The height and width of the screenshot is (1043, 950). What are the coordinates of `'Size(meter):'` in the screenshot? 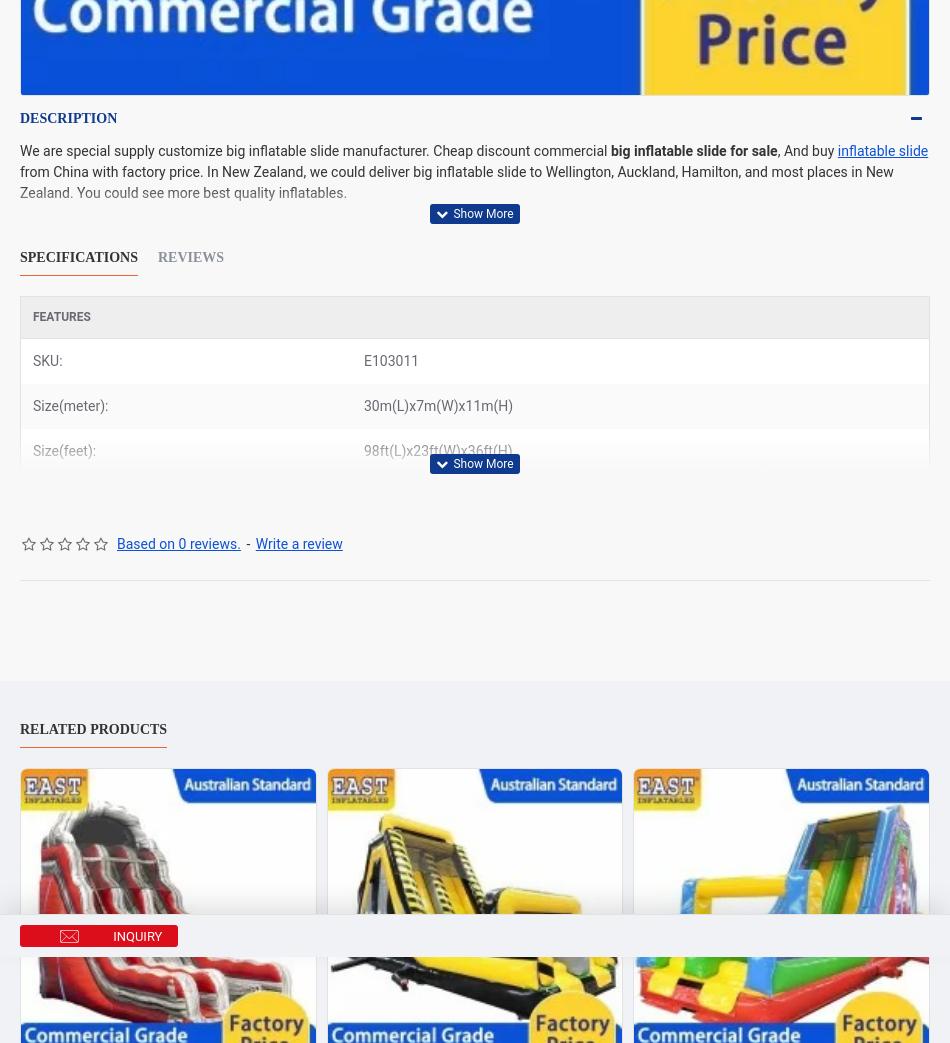 It's located at (70, 406).